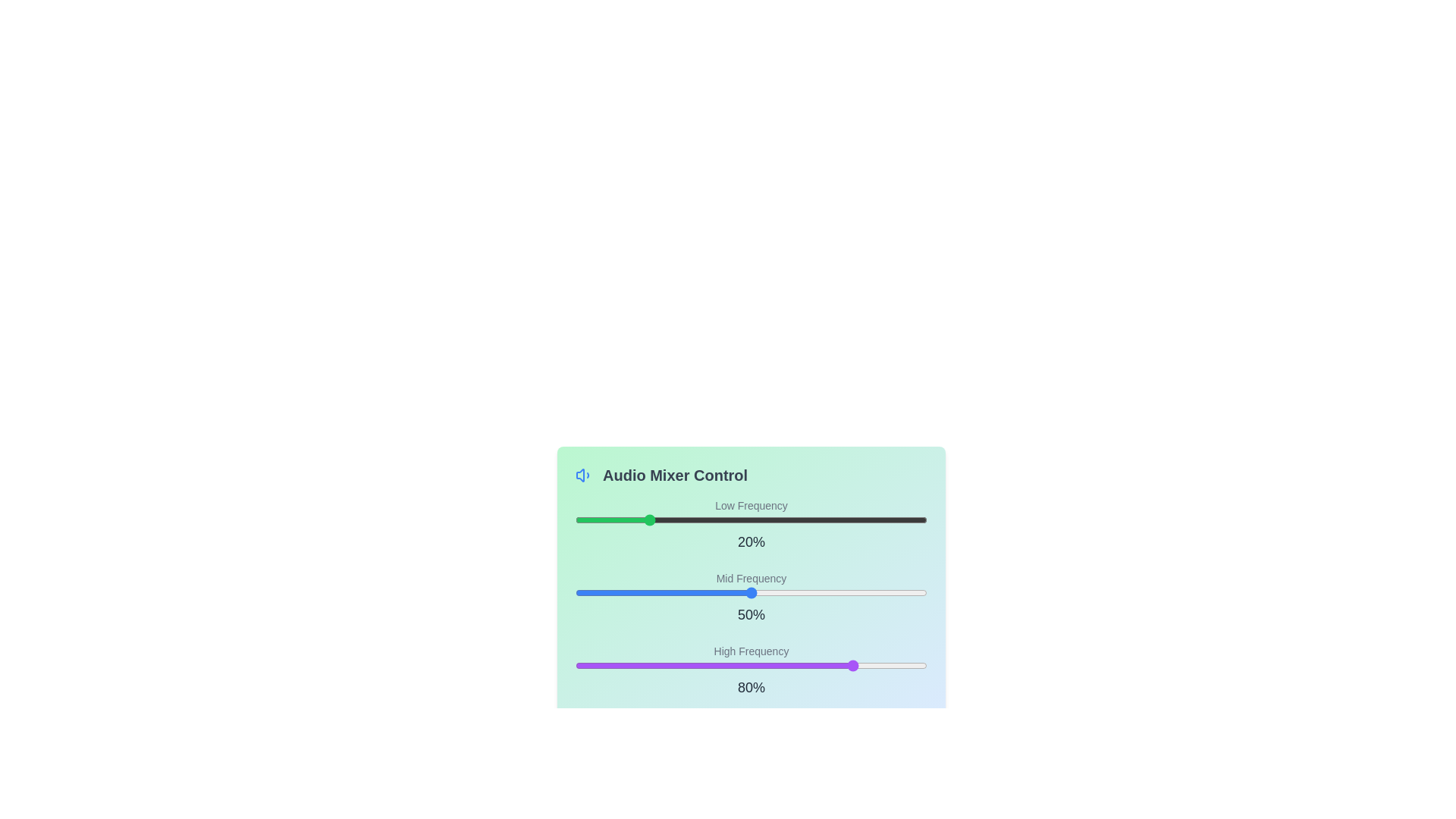 This screenshot has height=819, width=1456. I want to click on the 'High Frequency' slider, so click(772, 665).